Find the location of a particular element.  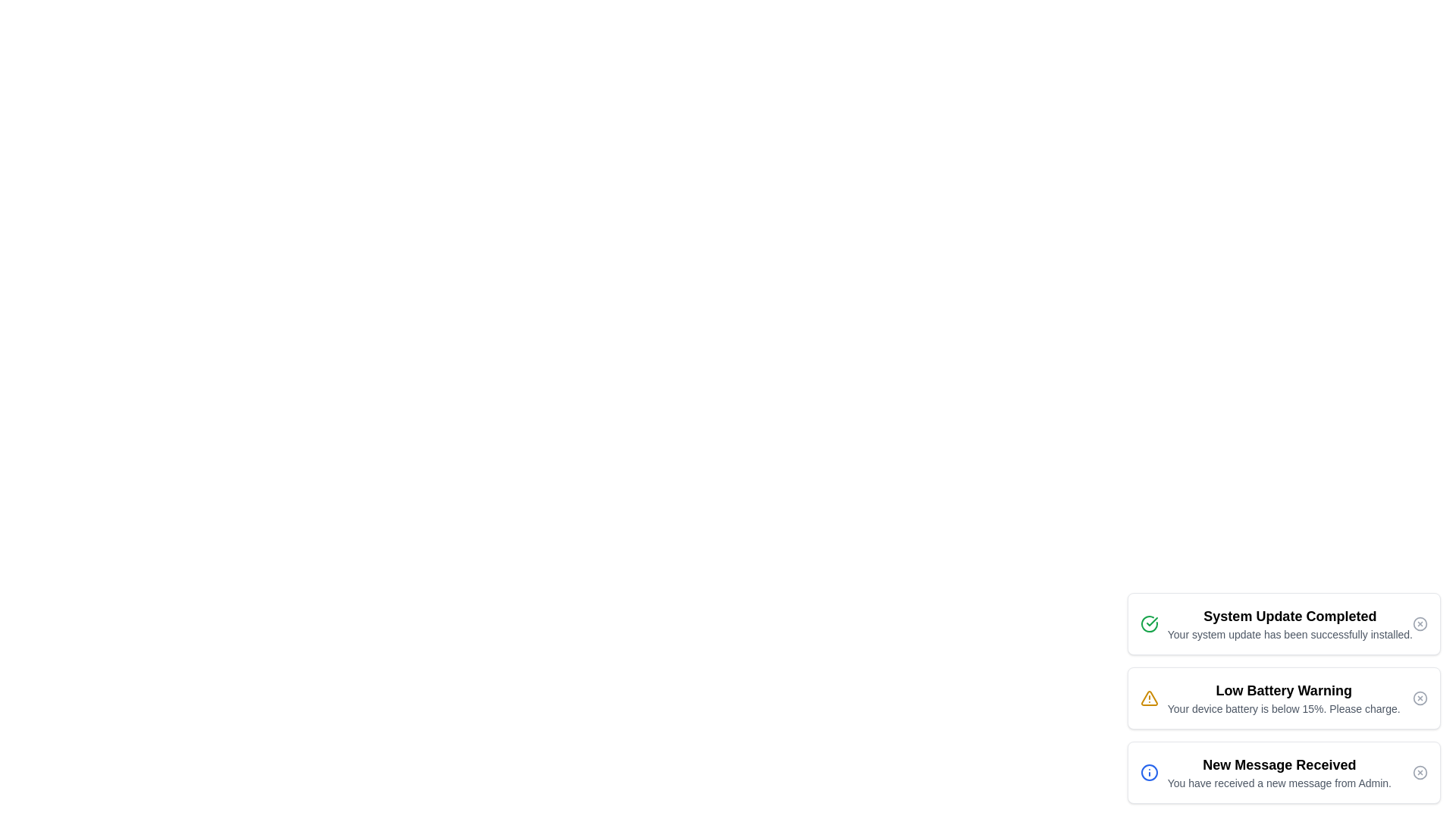

the second text line in the notification box titled 'New Message Received' that conveys details about the new message received is located at coordinates (1279, 783).